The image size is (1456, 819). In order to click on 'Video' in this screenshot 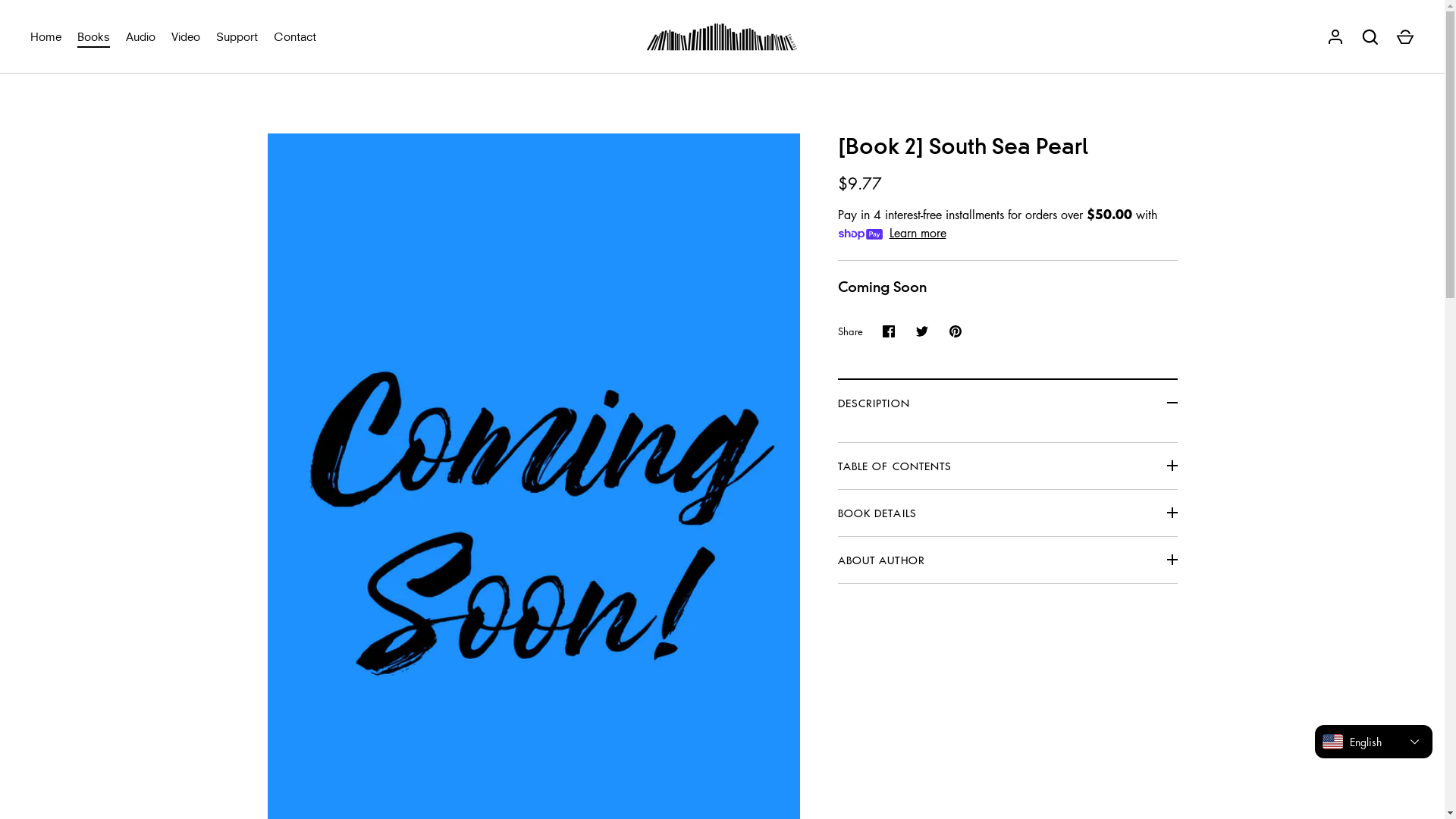, I will do `click(185, 36)`.